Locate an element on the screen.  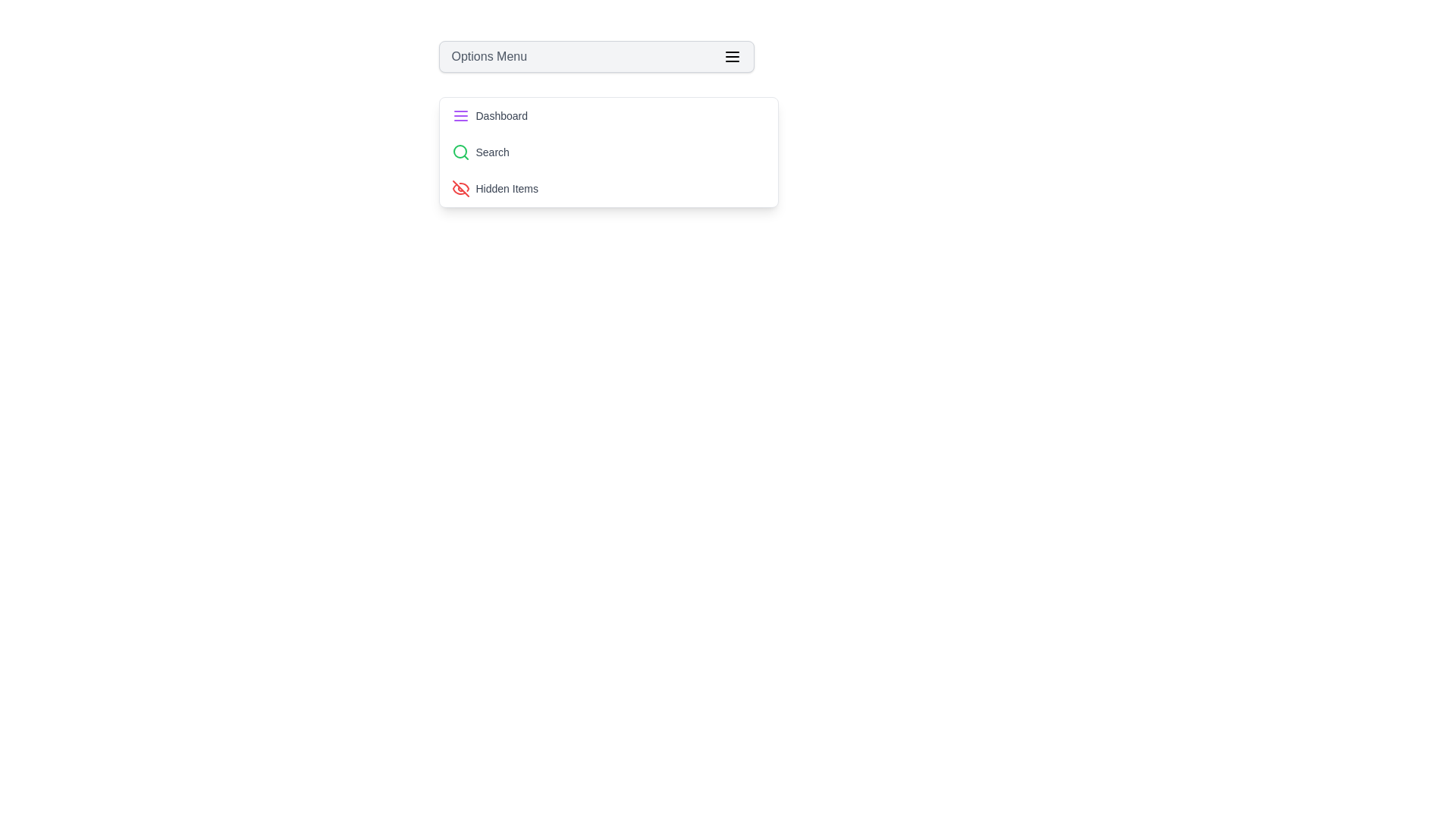
the 'Hidden Items' text label, which is the third item in the dropdown menu beneath the 'Options Menu' title, serving as a descriptor for hidden features is located at coordinates (507, 188).